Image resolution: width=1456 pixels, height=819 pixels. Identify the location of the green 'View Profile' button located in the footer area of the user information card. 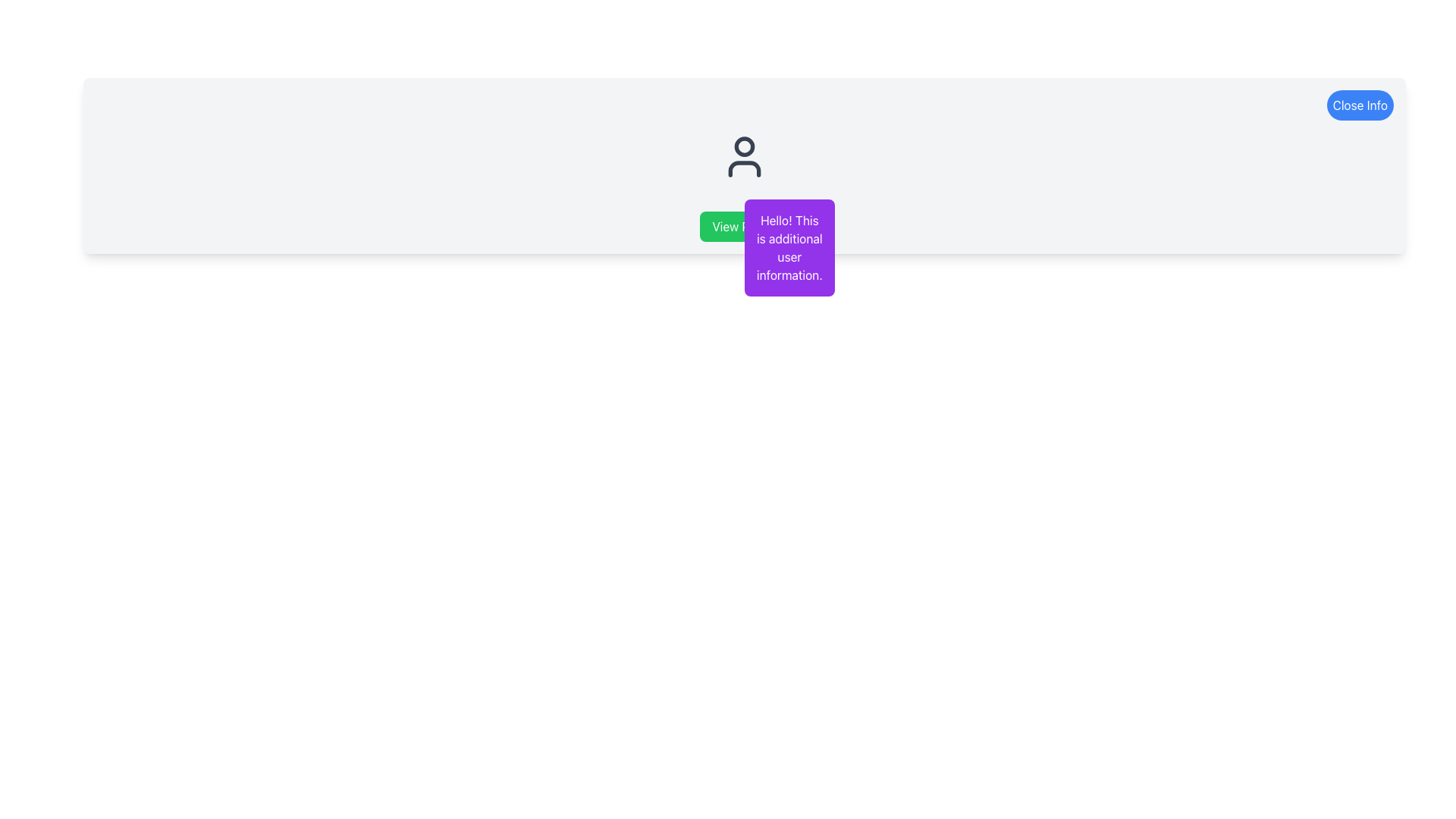
(745, 227).